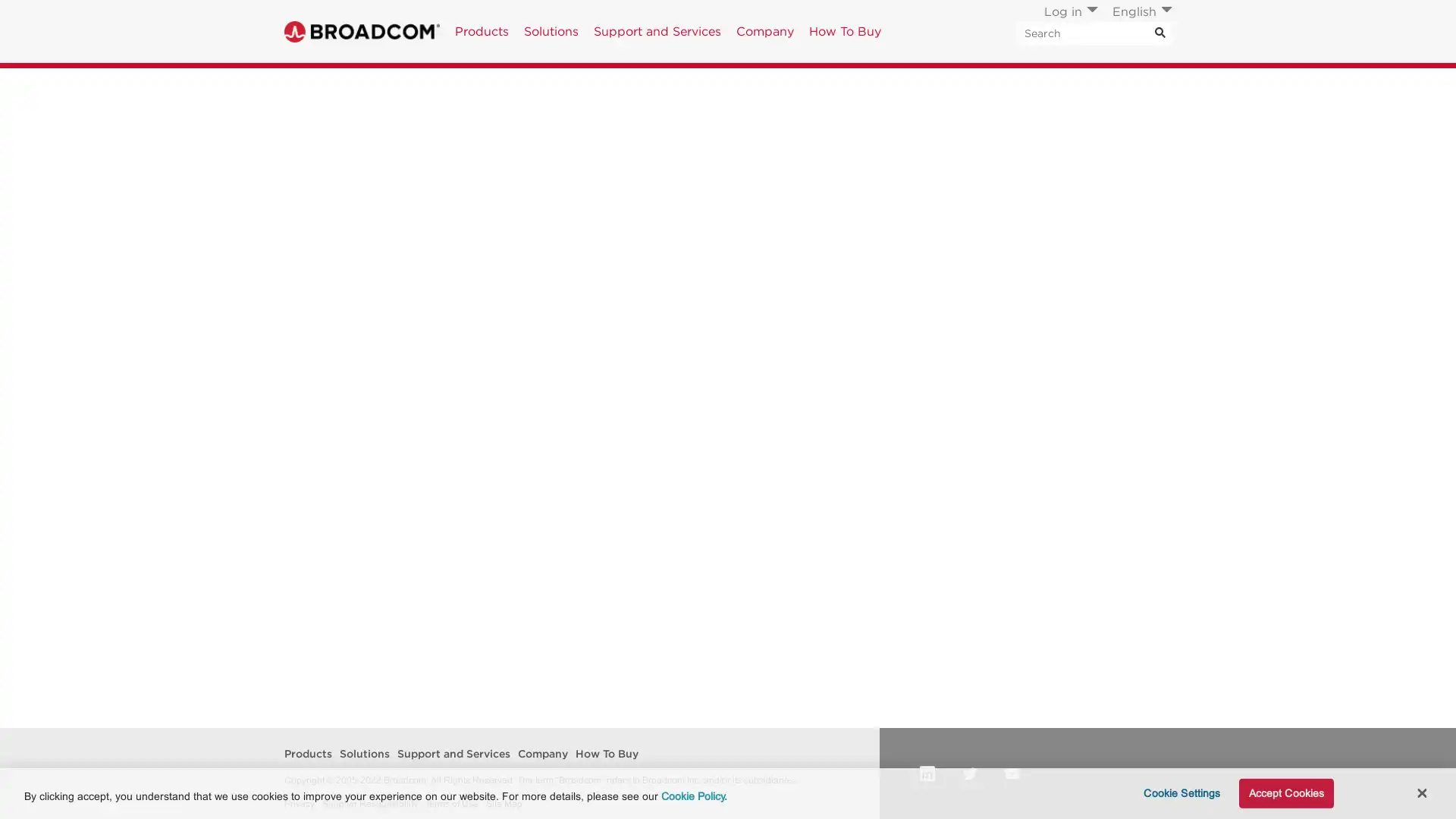 The height and width of the screenshot is (819, 1456). I want to click on Close, so click(1420, 792).